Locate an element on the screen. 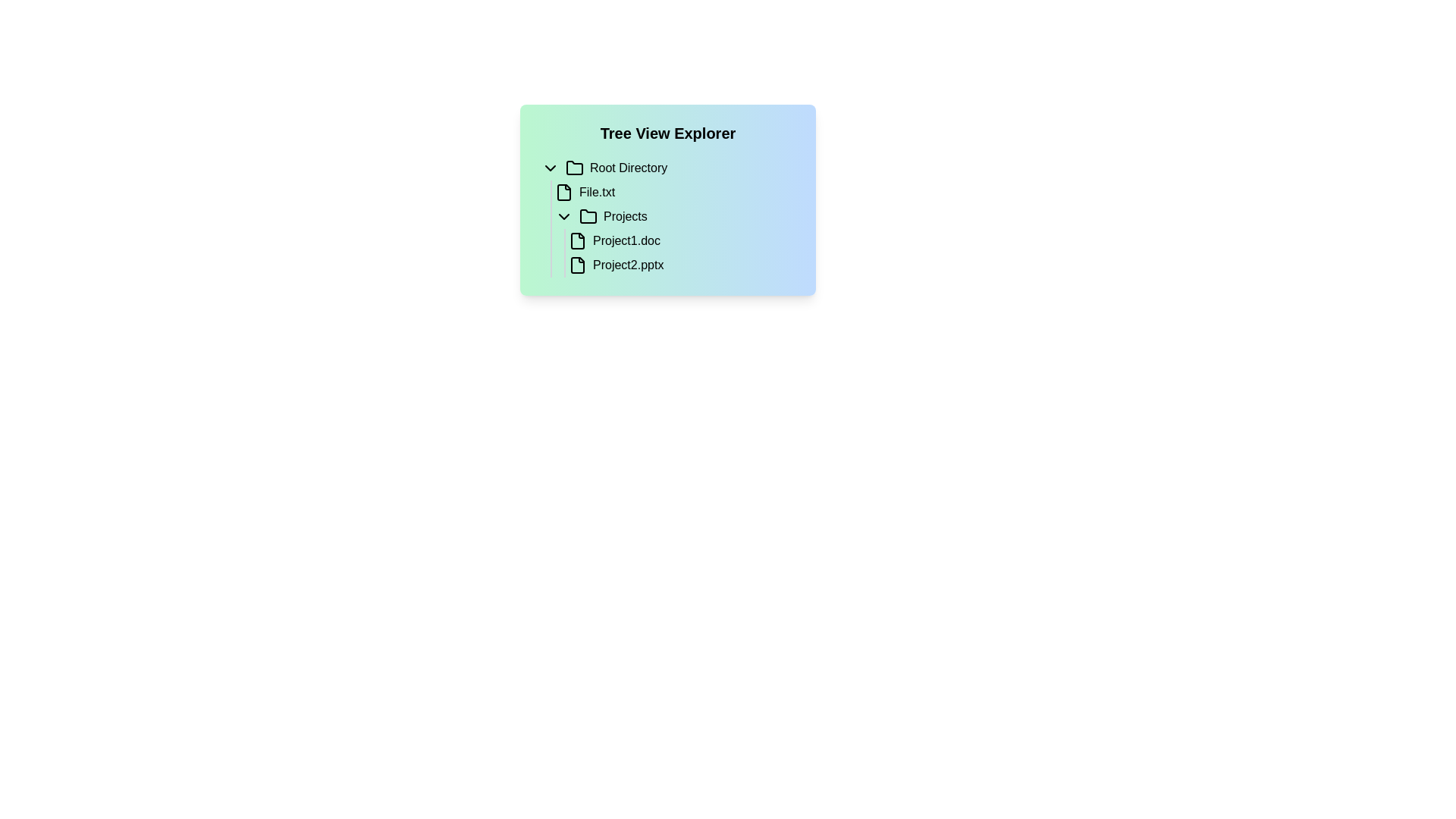 The image size is (1456, 819). the context of the file icon associated with the label 'Project1.doc' in the file tree structure is located at coordinates (577, 240).